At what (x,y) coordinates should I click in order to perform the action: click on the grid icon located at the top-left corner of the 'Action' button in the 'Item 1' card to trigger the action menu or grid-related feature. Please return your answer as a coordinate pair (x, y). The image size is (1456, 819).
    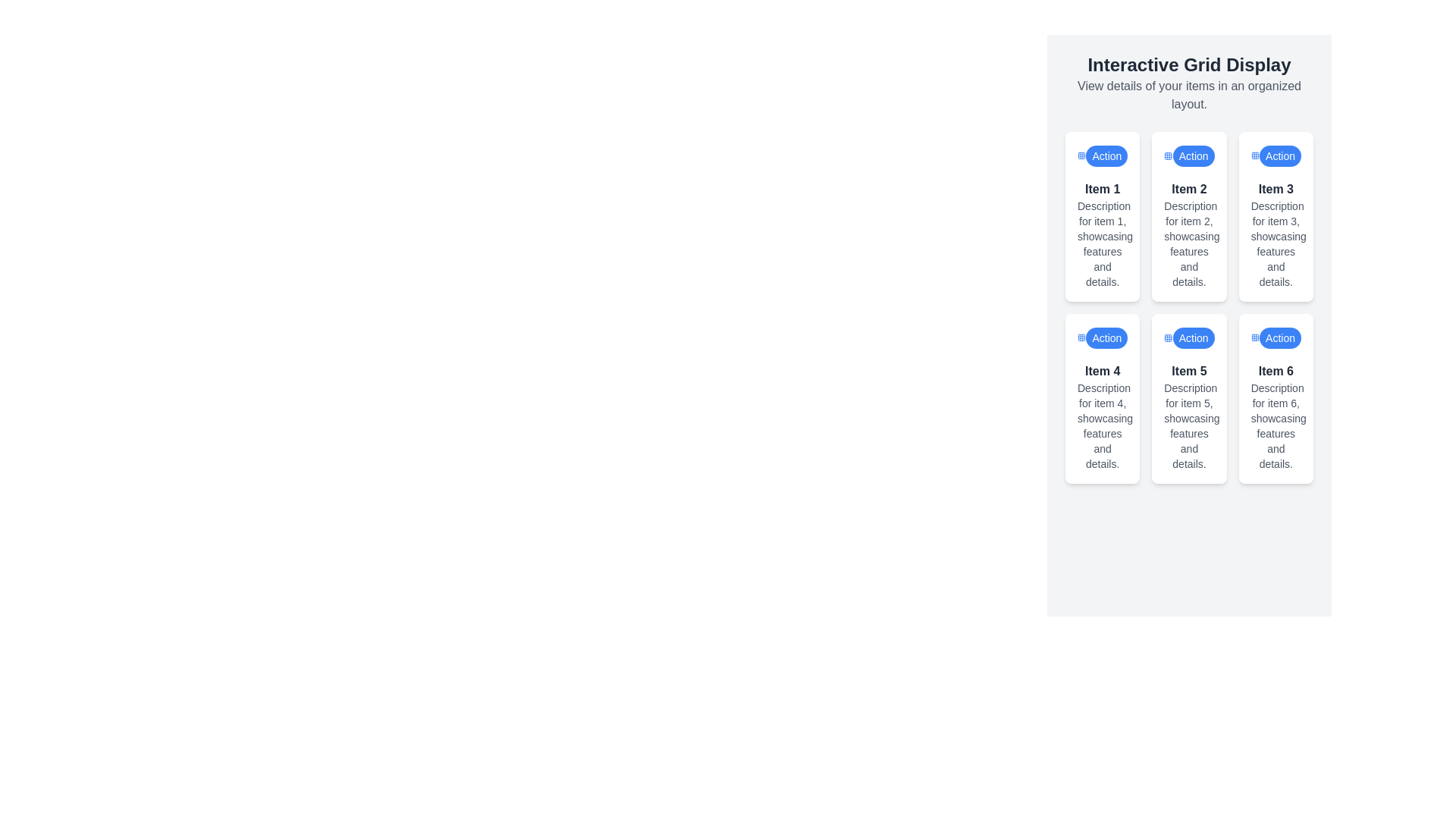
    Looking at the image, I should click on (1081, 155).